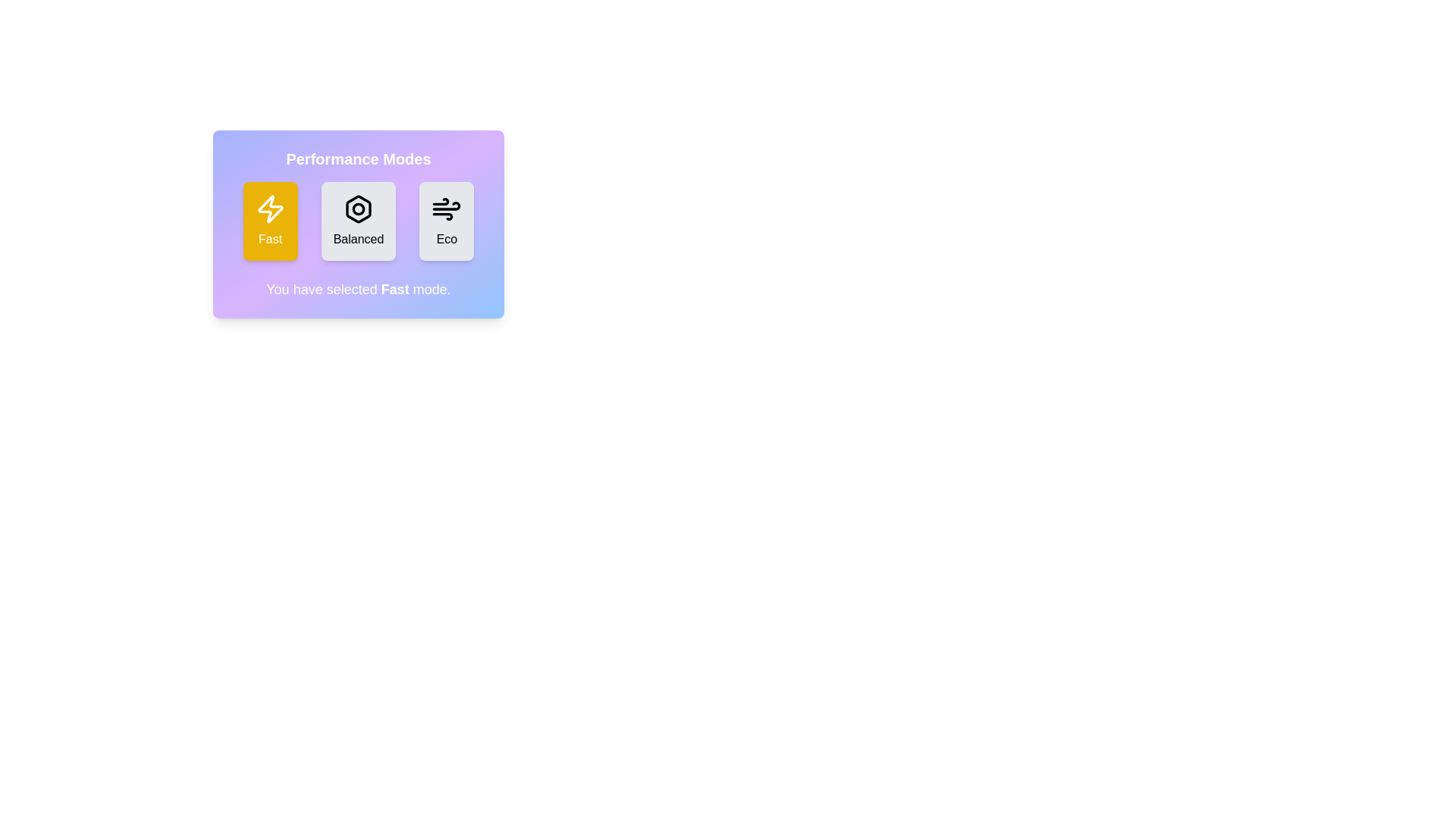  Describe the element at coordinates (358, 221) in the screenshot. I see `the button corresponding to the mode 'Balanced' to select it` at that location.